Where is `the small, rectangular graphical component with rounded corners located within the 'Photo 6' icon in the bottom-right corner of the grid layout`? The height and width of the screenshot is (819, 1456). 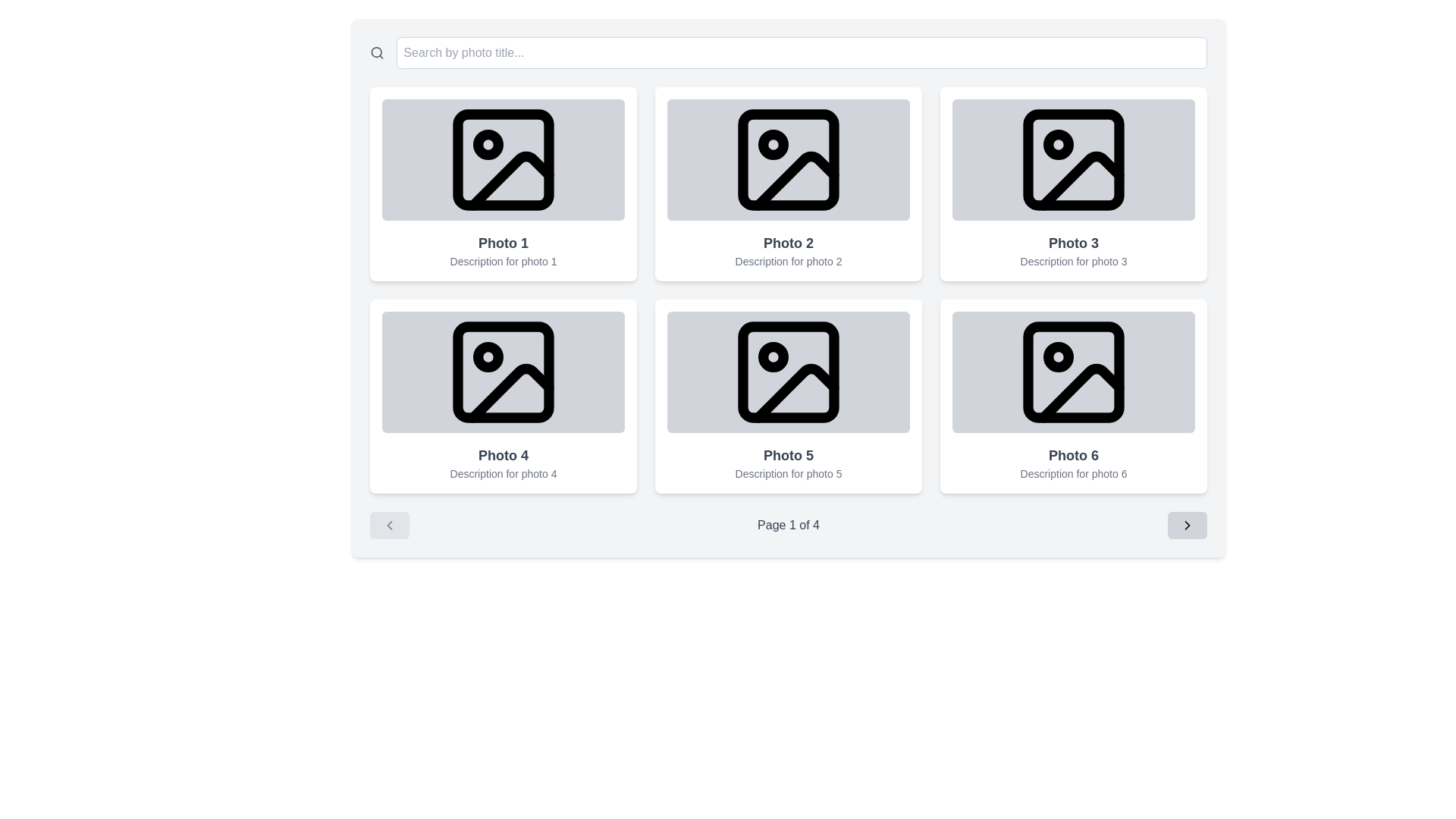
the small, rectangular graphical component with rounded corners located within the 'Photo 6' icon in the bottom-right corner of the grid layout is located at coordinates (1073, 372).